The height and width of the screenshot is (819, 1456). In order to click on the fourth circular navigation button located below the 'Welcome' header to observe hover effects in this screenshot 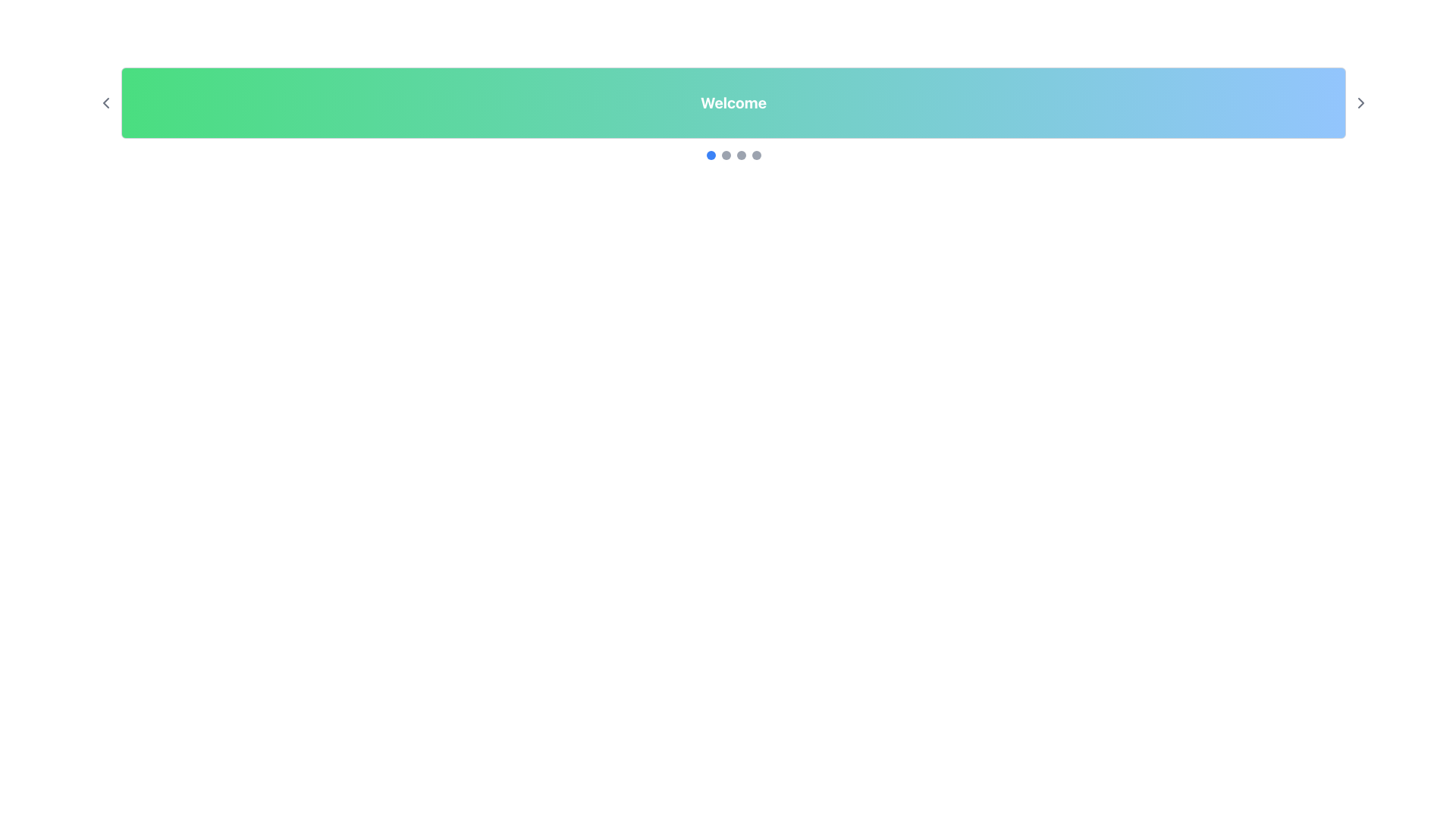, I will do `click(756, 155)`.